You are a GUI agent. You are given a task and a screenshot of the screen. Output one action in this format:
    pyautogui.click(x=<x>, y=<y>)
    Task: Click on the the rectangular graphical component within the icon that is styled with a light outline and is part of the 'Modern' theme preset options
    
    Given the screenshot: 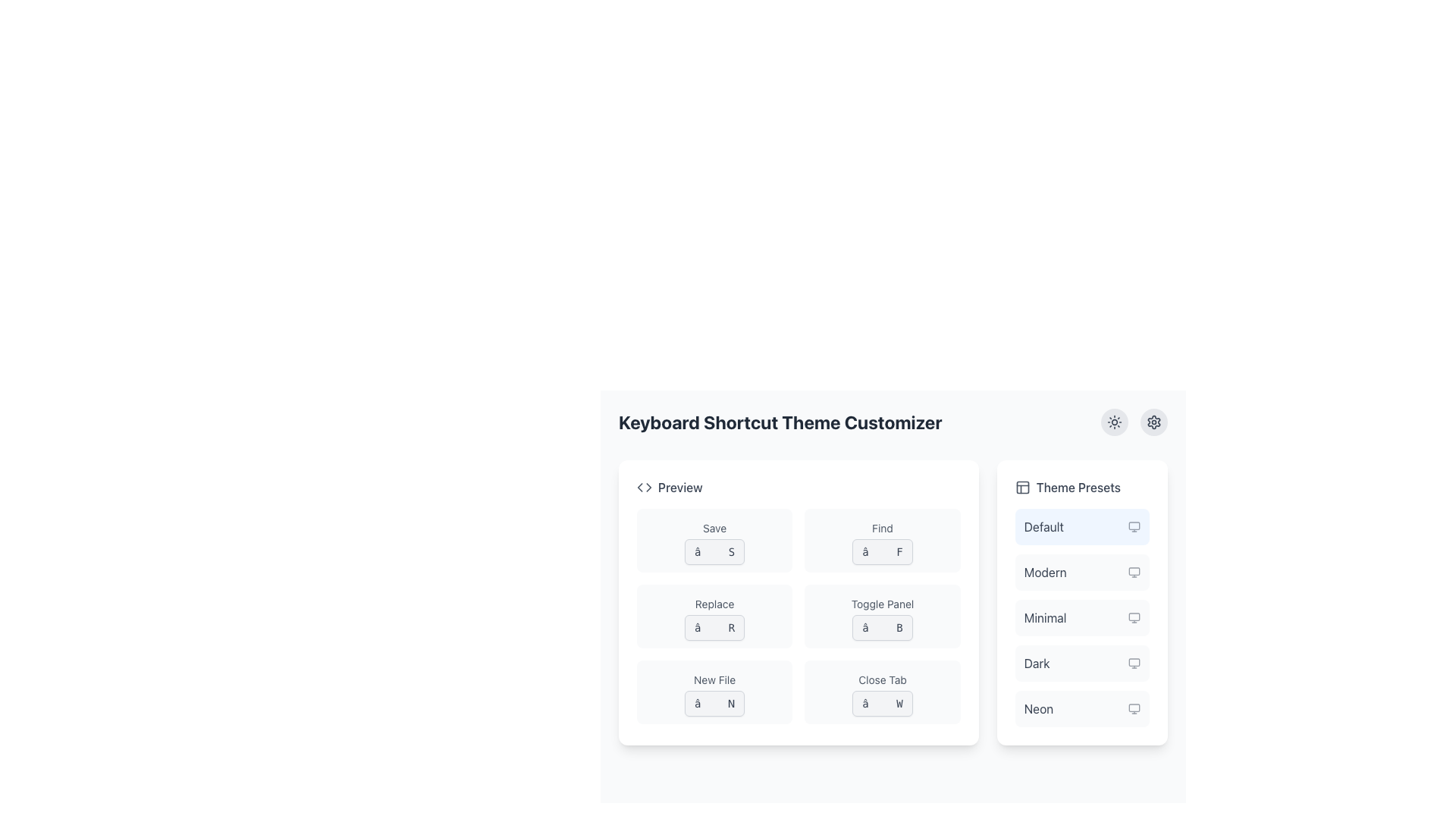 What is the action you would take?
    pyautogui.click(x=1134, y=571)
    